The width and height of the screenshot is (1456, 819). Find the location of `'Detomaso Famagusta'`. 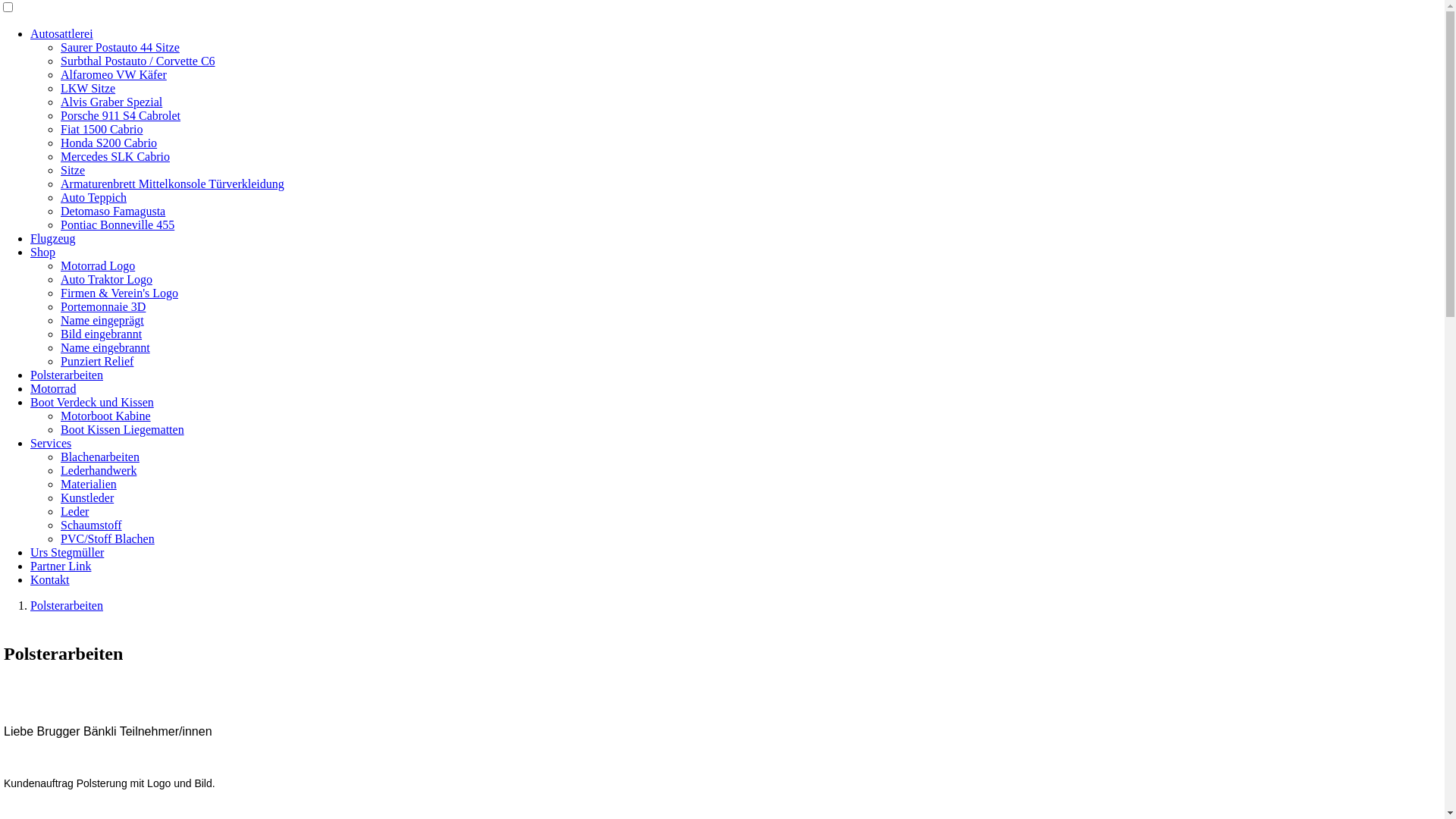

'Detomaso Famagusta' is located at coordinates (111, 211).